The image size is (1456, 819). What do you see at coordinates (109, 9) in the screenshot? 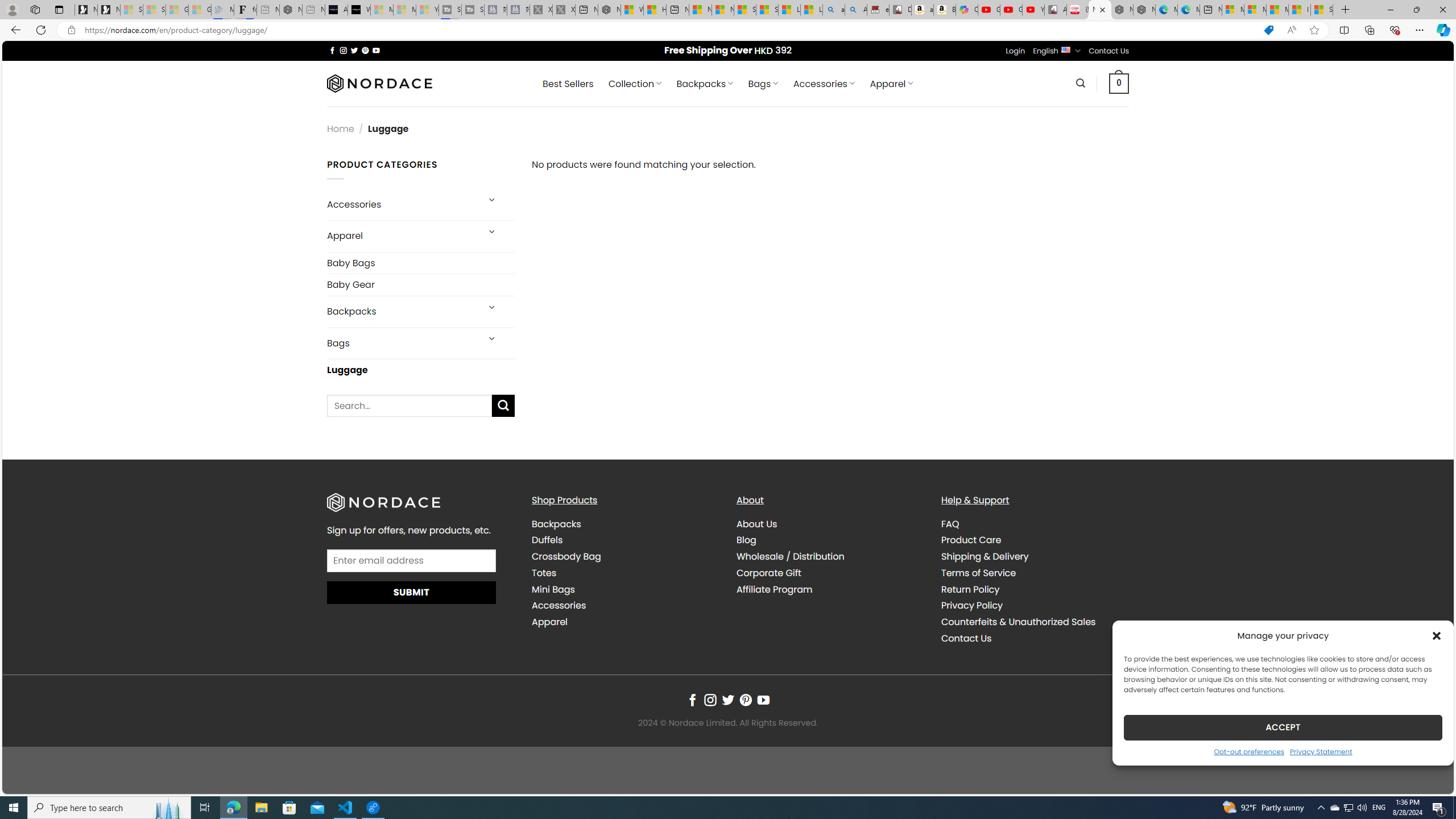
I see `'Newsletter Sign Up'` at bounding box center [109, 9].